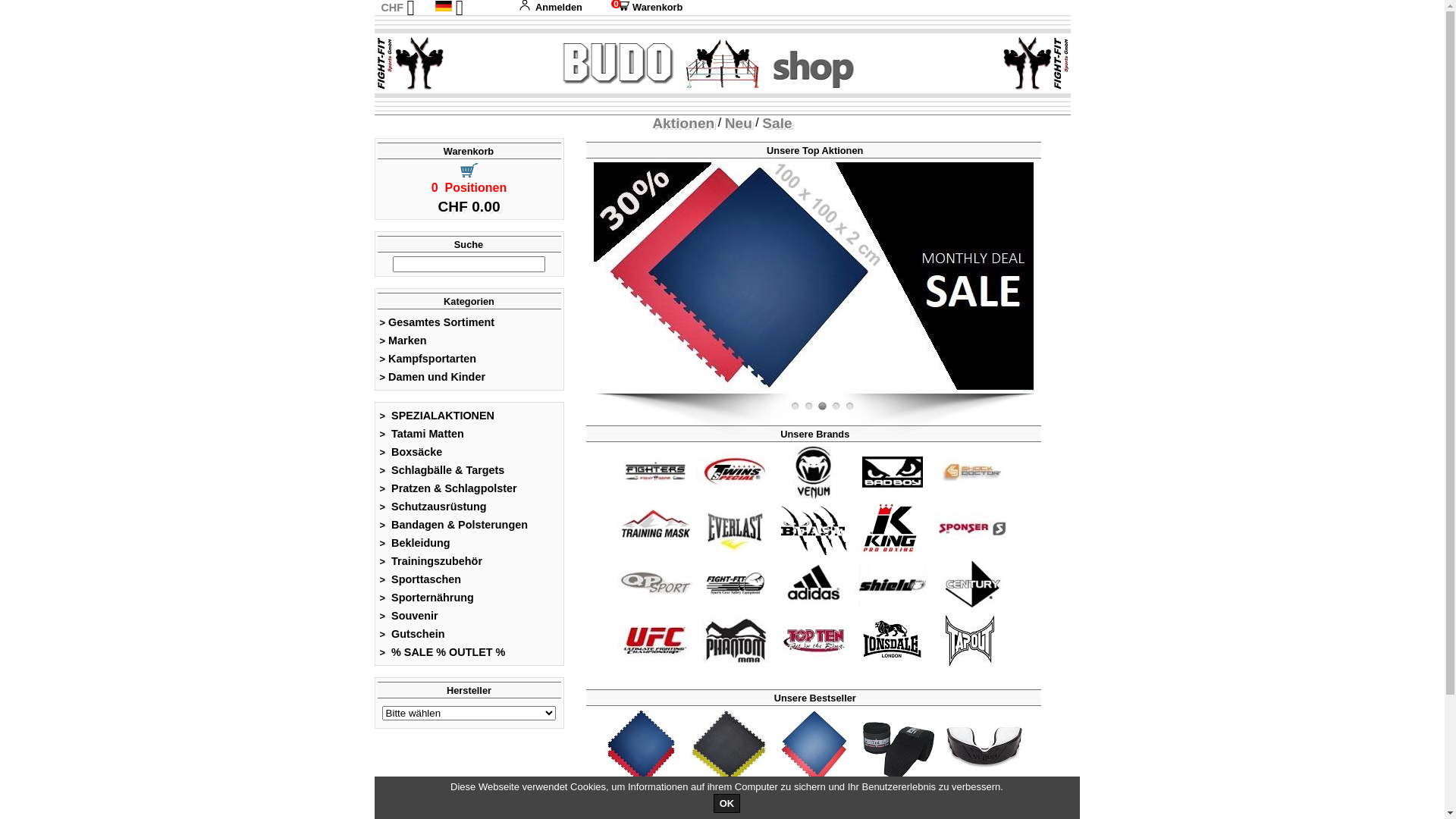 This screenshot has height=819, width=1456. Describe the element at coordinates (443, 5) in the screenshot. I see `'Deutsch'` at that location.